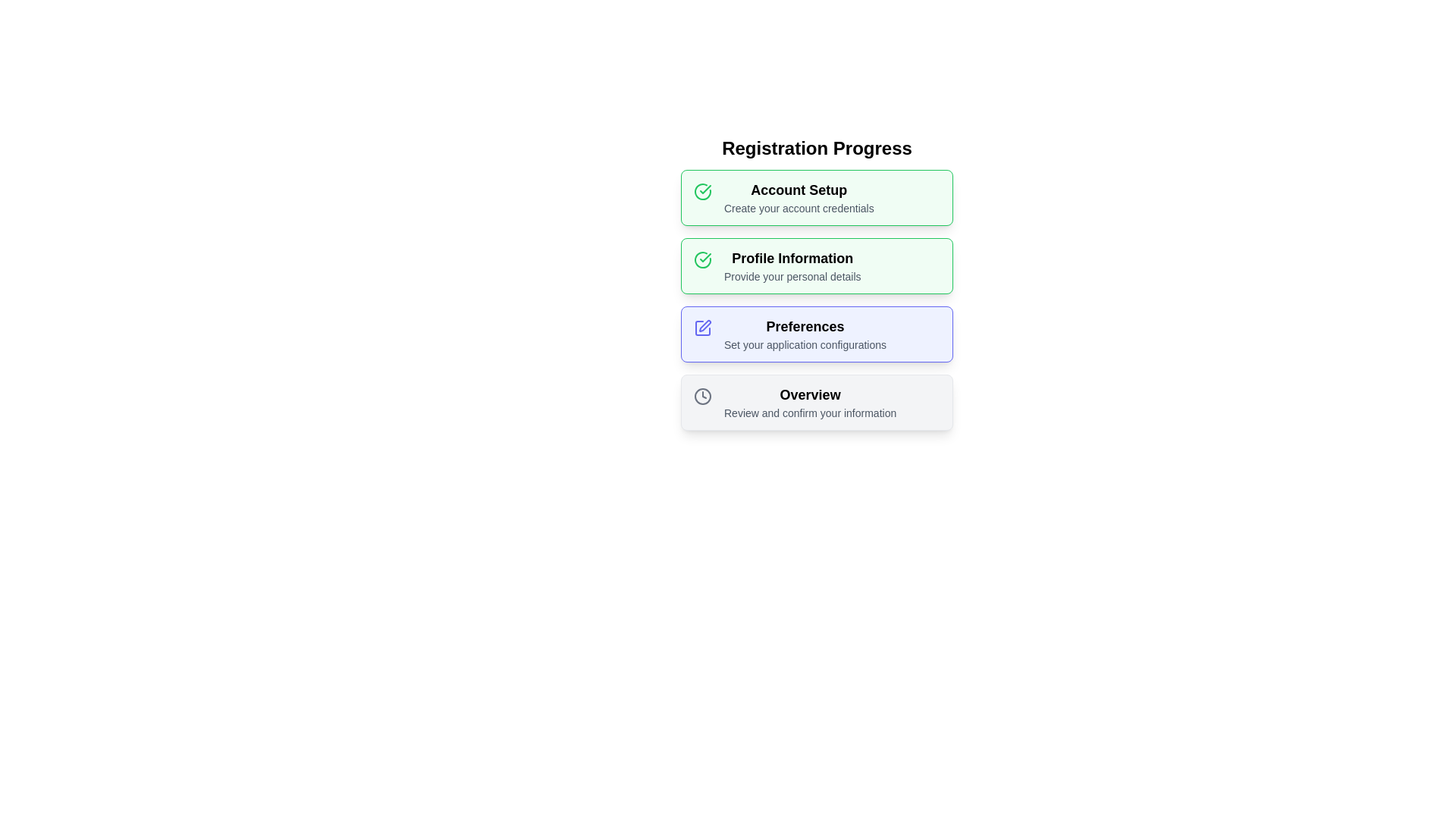 The image size is (1456, 819). What do you see at coordinates (816, 300) in the screenshot?
I see `the third informational box` at bounding box center [816, 300].